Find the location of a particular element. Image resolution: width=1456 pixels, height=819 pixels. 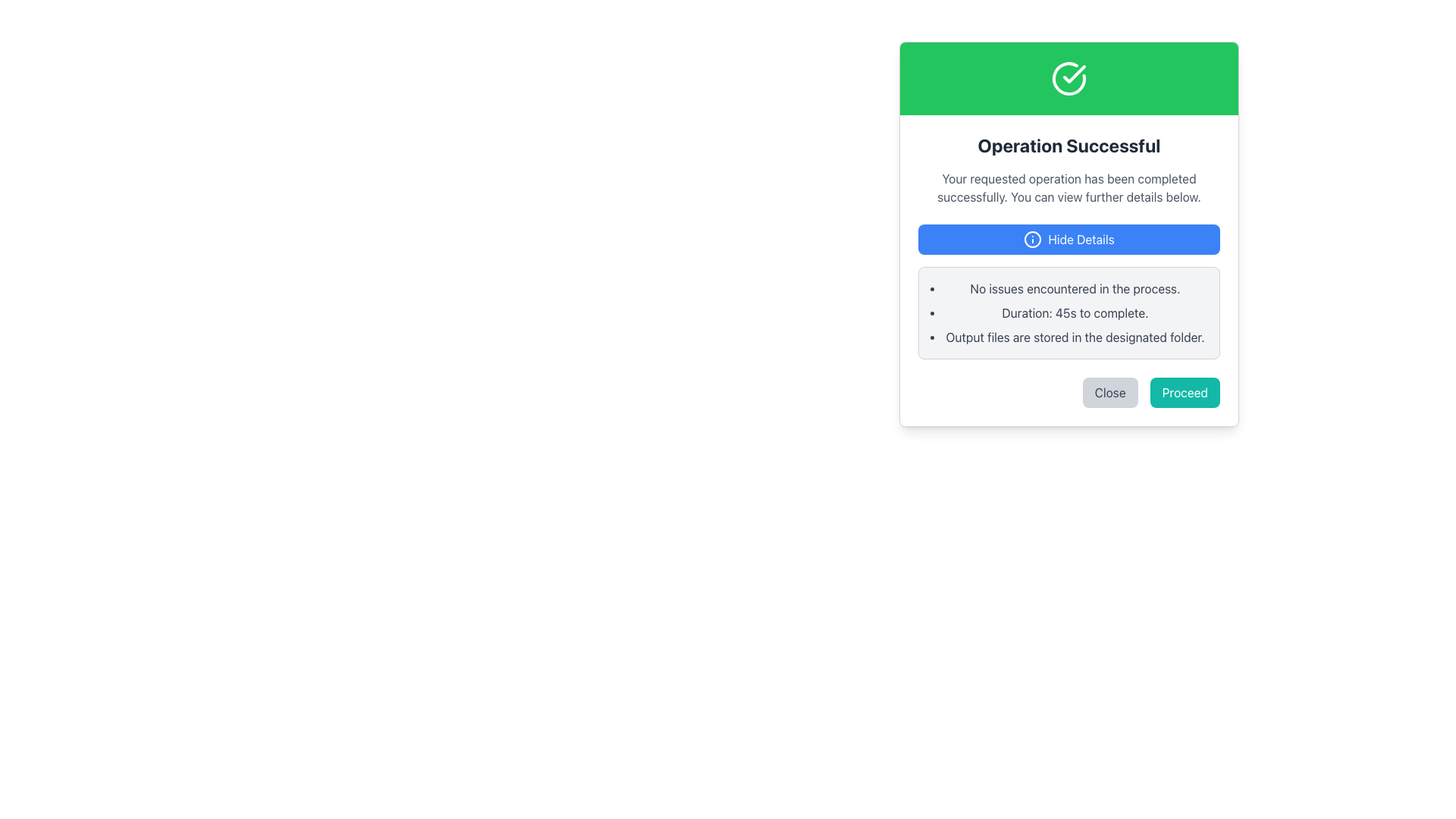

text content of the static text block that confirms the successful completion of the operation, located below the 'Operation Successful' title and above the 'Hide Details' button is located at coordinates (1068, 187).